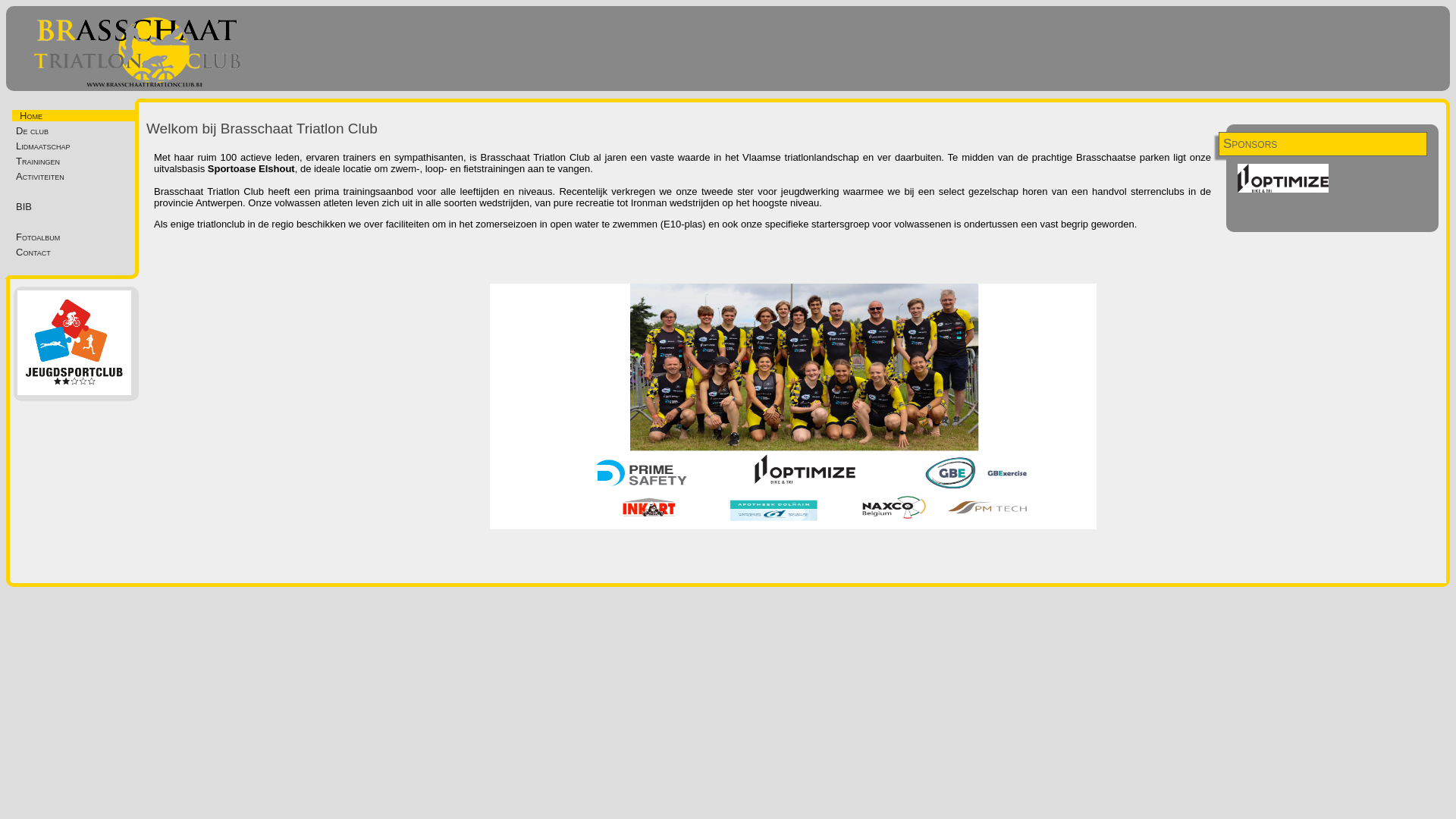 The image size is (1456, 819). I want to click on 'BIB', so click(77, 206).